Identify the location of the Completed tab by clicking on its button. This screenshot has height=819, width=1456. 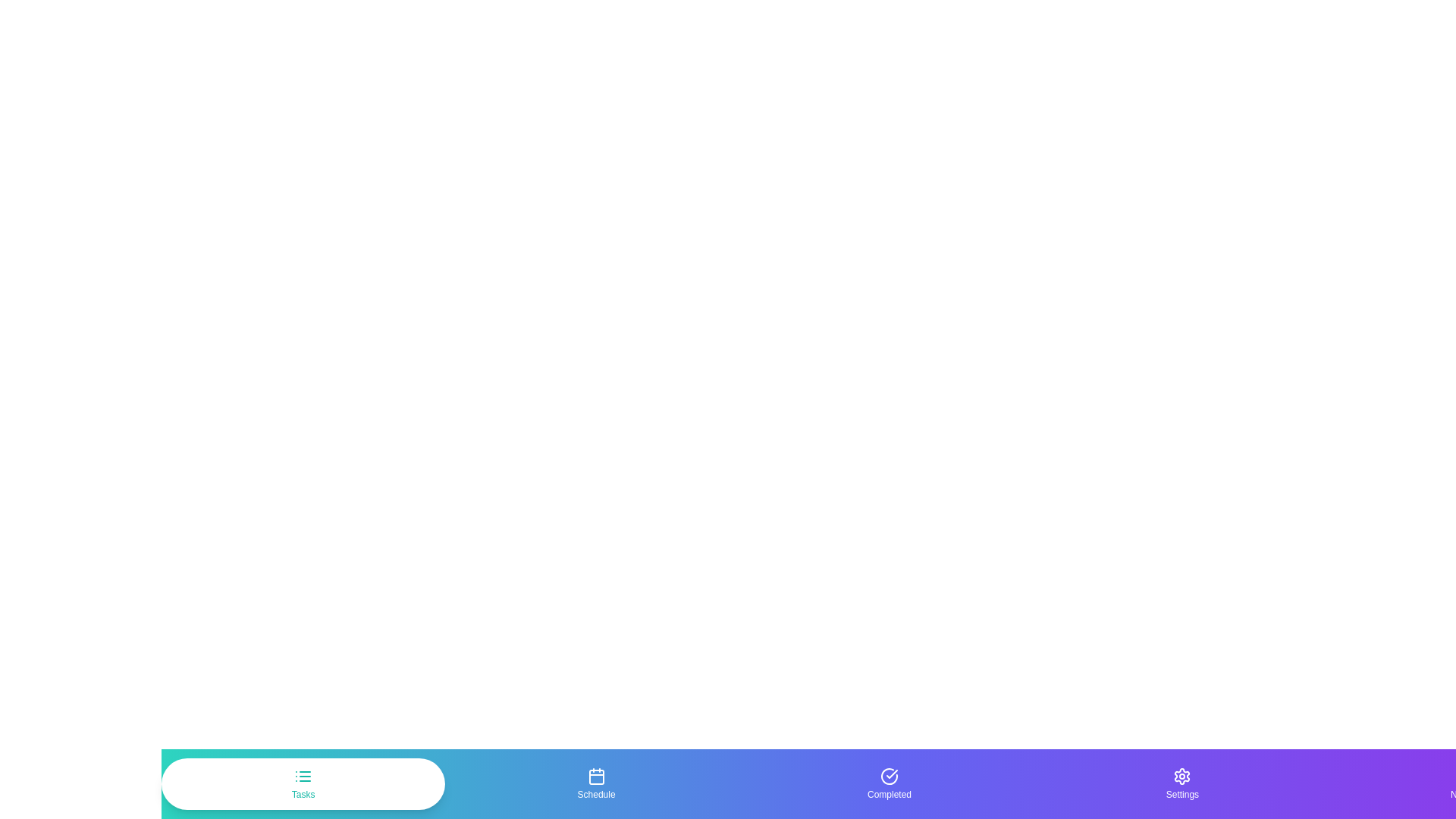
(889, 783).